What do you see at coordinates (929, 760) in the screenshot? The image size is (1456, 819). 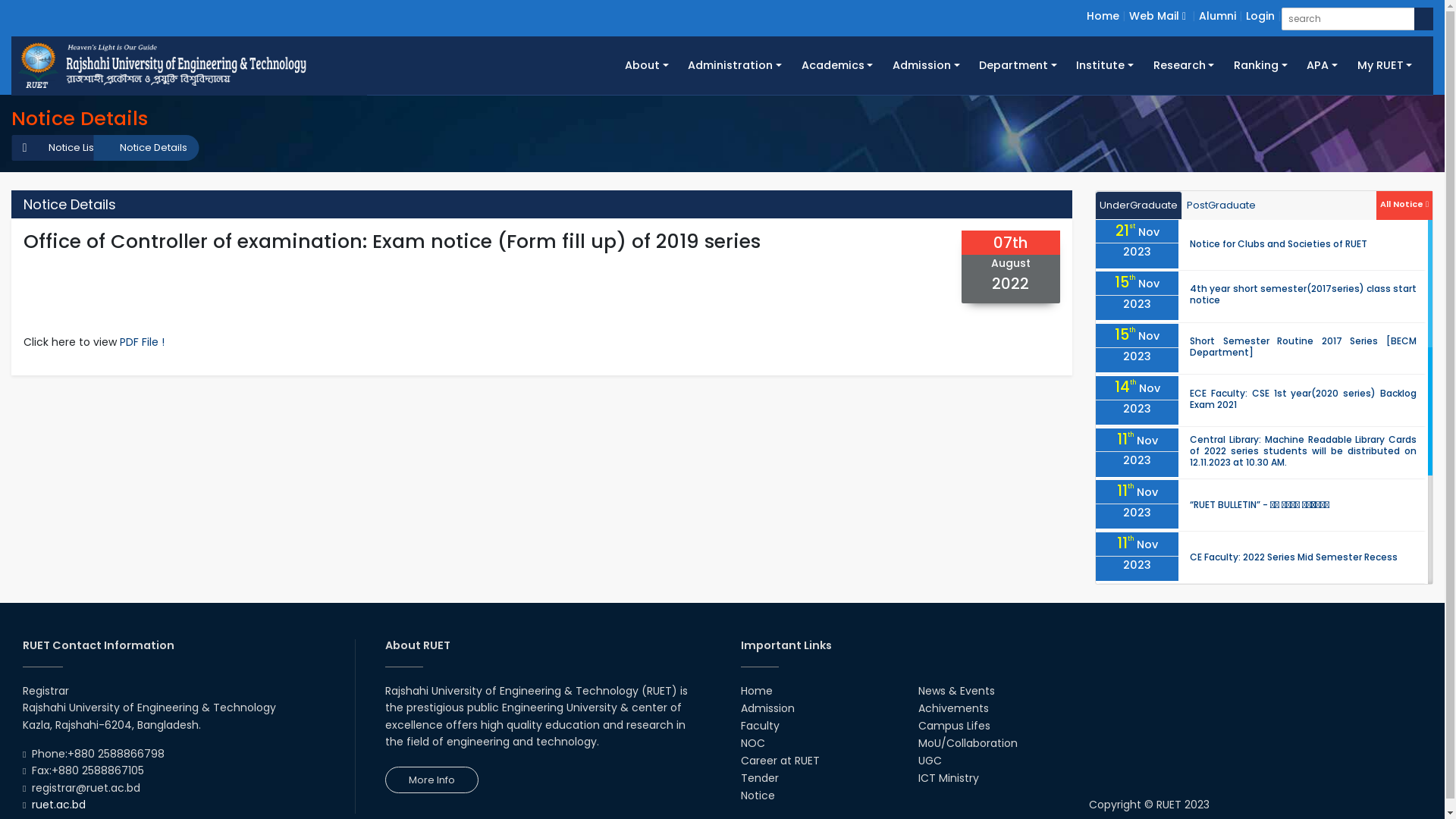 I see `'UGC'` at bounding box center [929, 760].